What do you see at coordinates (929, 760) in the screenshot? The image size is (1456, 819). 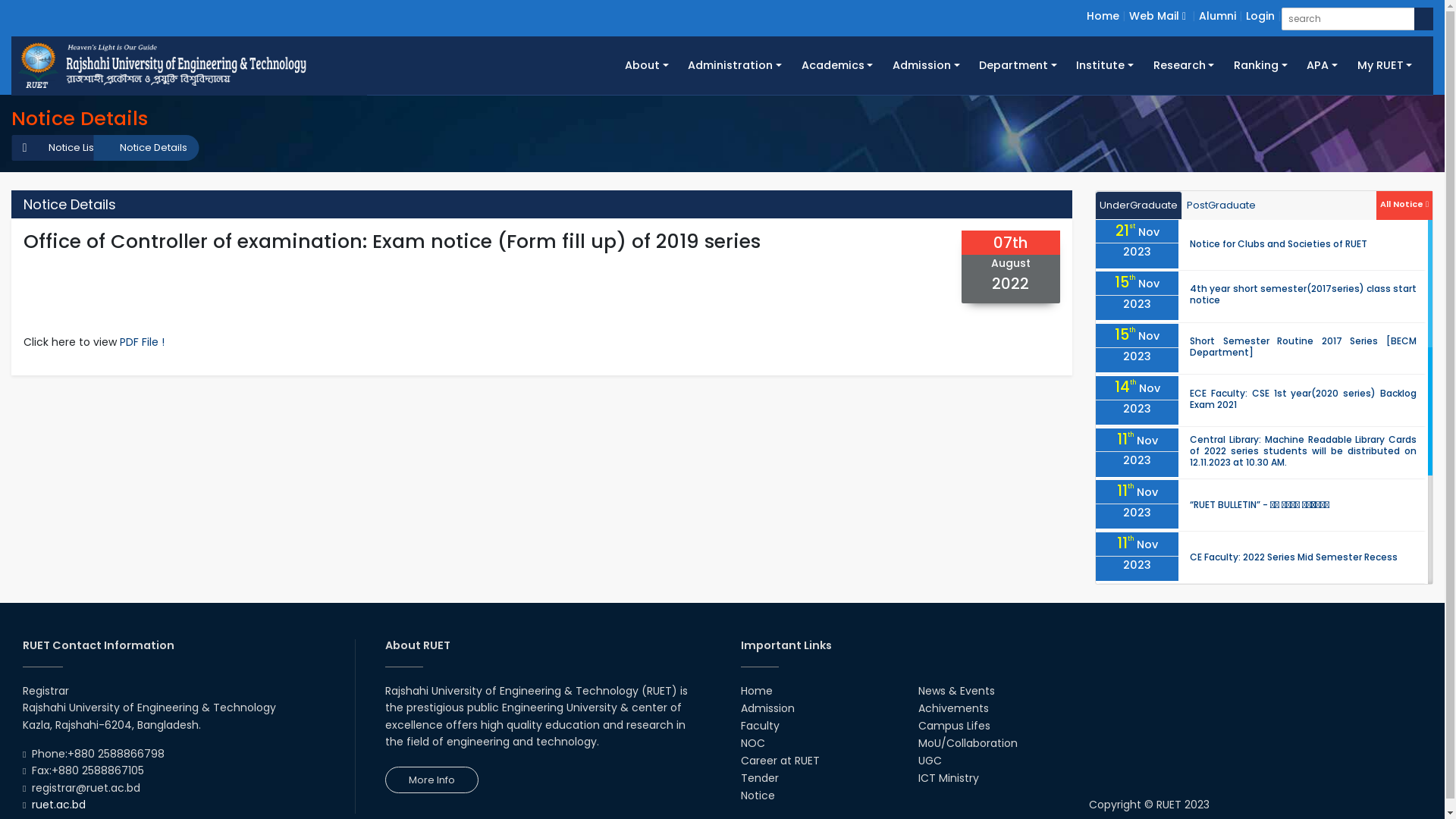 I see `'UGC'` at bounding box center [929, 760].